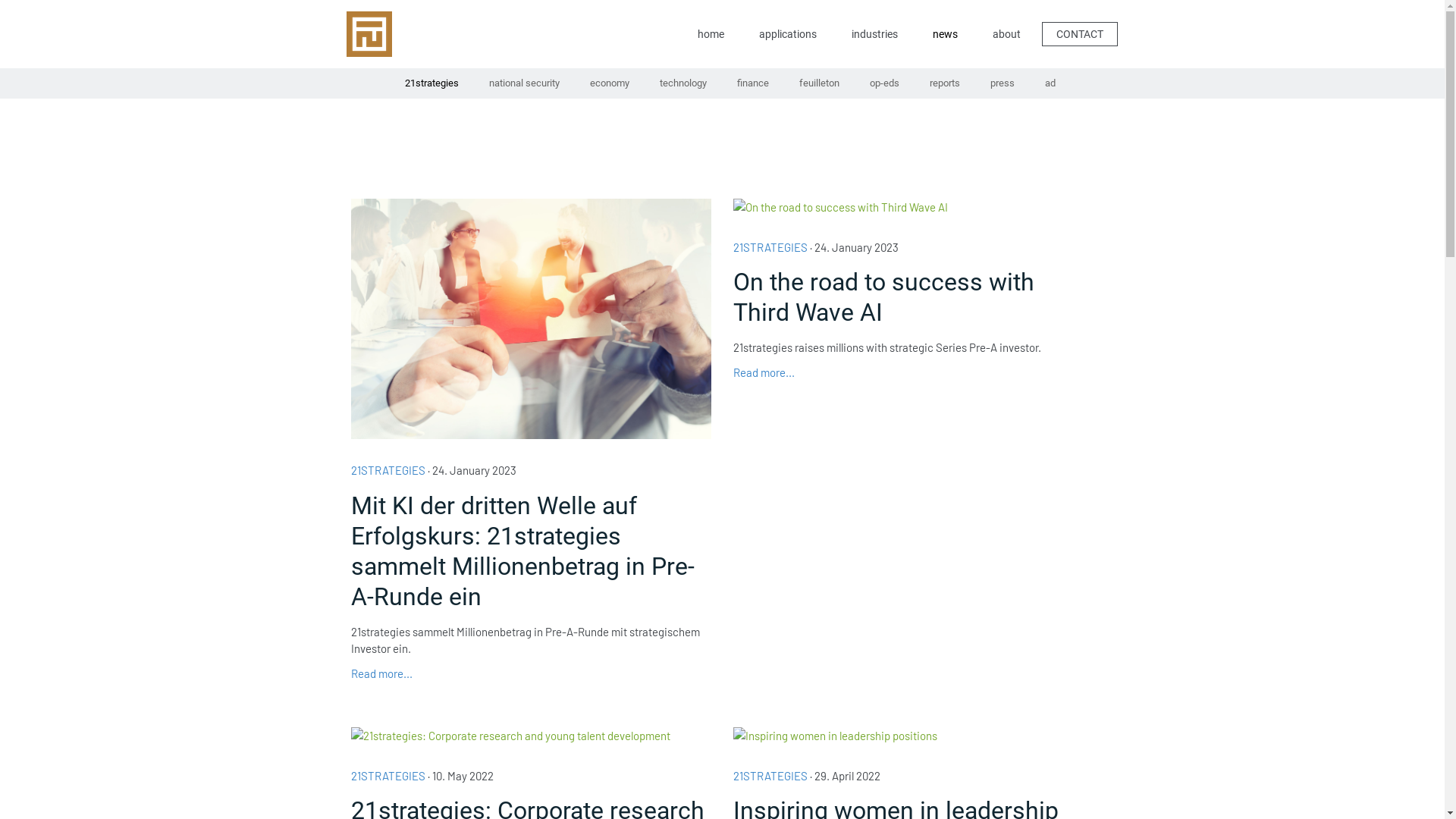  What do you see at coordinates (944, 83) in the screenshot?
I see `'reports'` at bounding box center [944, 83].